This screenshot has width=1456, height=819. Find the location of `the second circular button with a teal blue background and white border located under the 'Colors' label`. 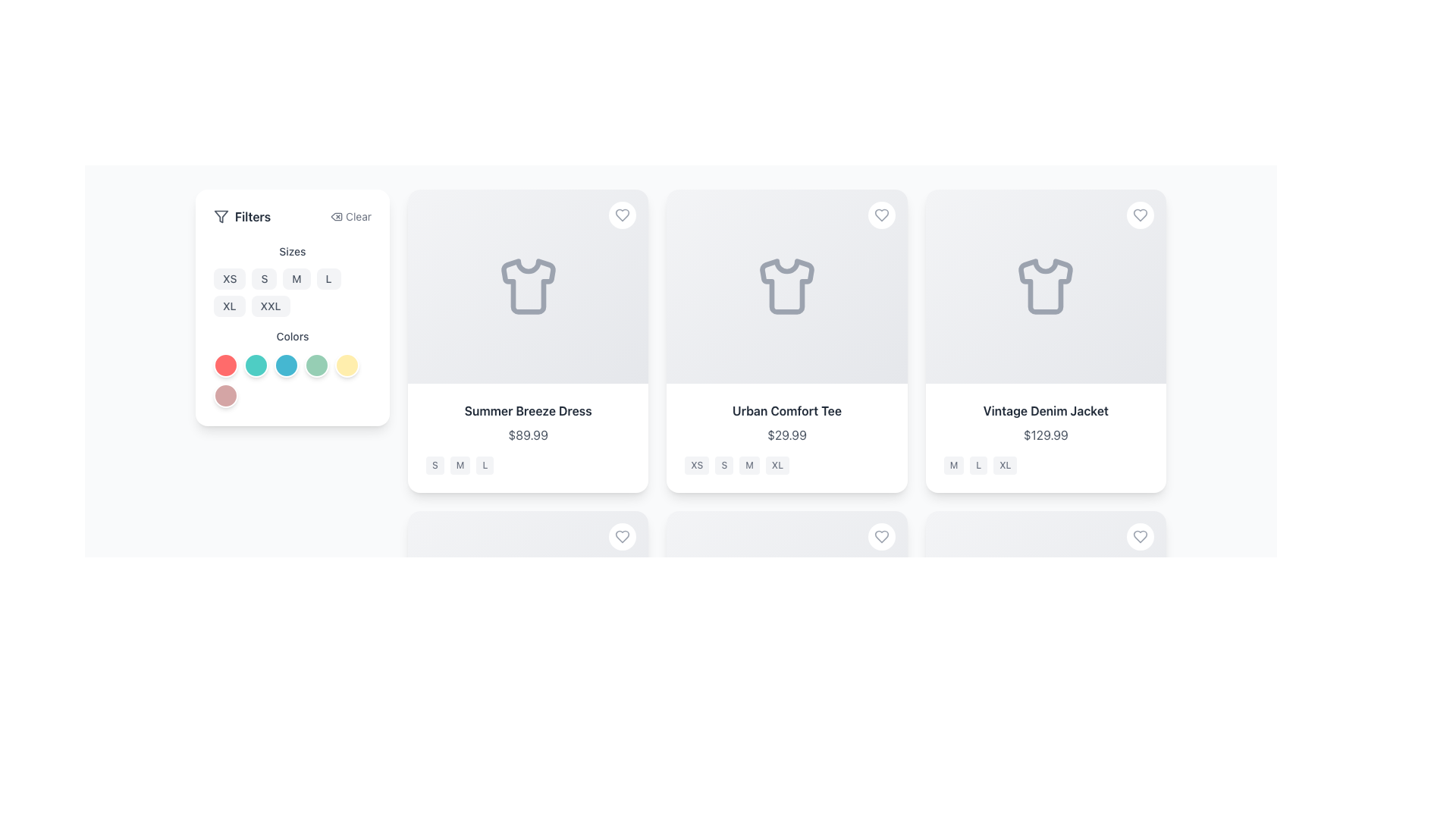

the second circular button with a teal blue background and white border located under the 'Colors' label is located at coordinates (256, 366).